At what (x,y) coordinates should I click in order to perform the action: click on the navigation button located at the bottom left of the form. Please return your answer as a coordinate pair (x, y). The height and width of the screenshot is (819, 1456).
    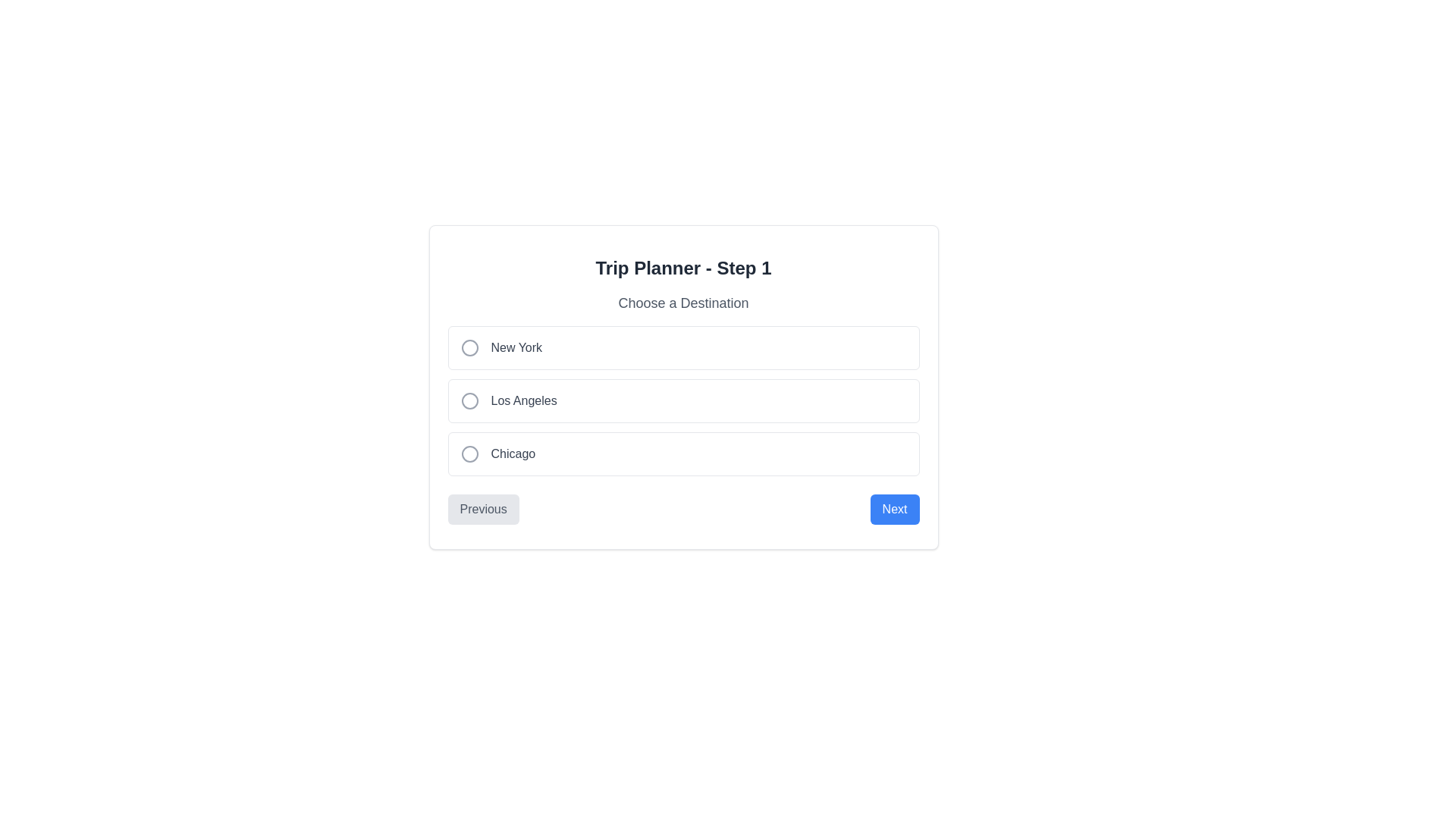
    Looking at the image, I should click on (482, 509).